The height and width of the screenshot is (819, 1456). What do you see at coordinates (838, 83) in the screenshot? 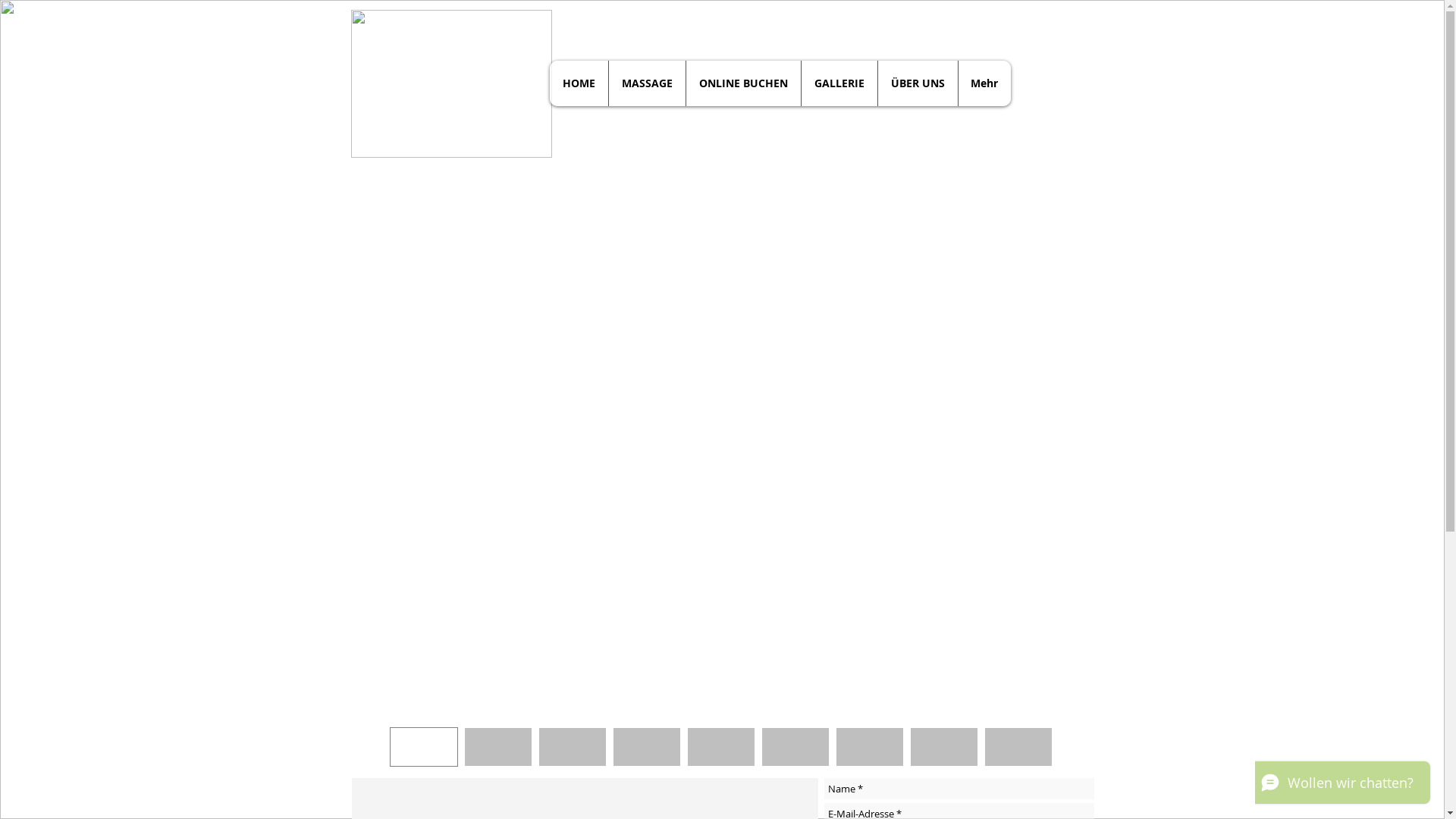
I see `'GALLERIE'` at bounding box center [838, 83].